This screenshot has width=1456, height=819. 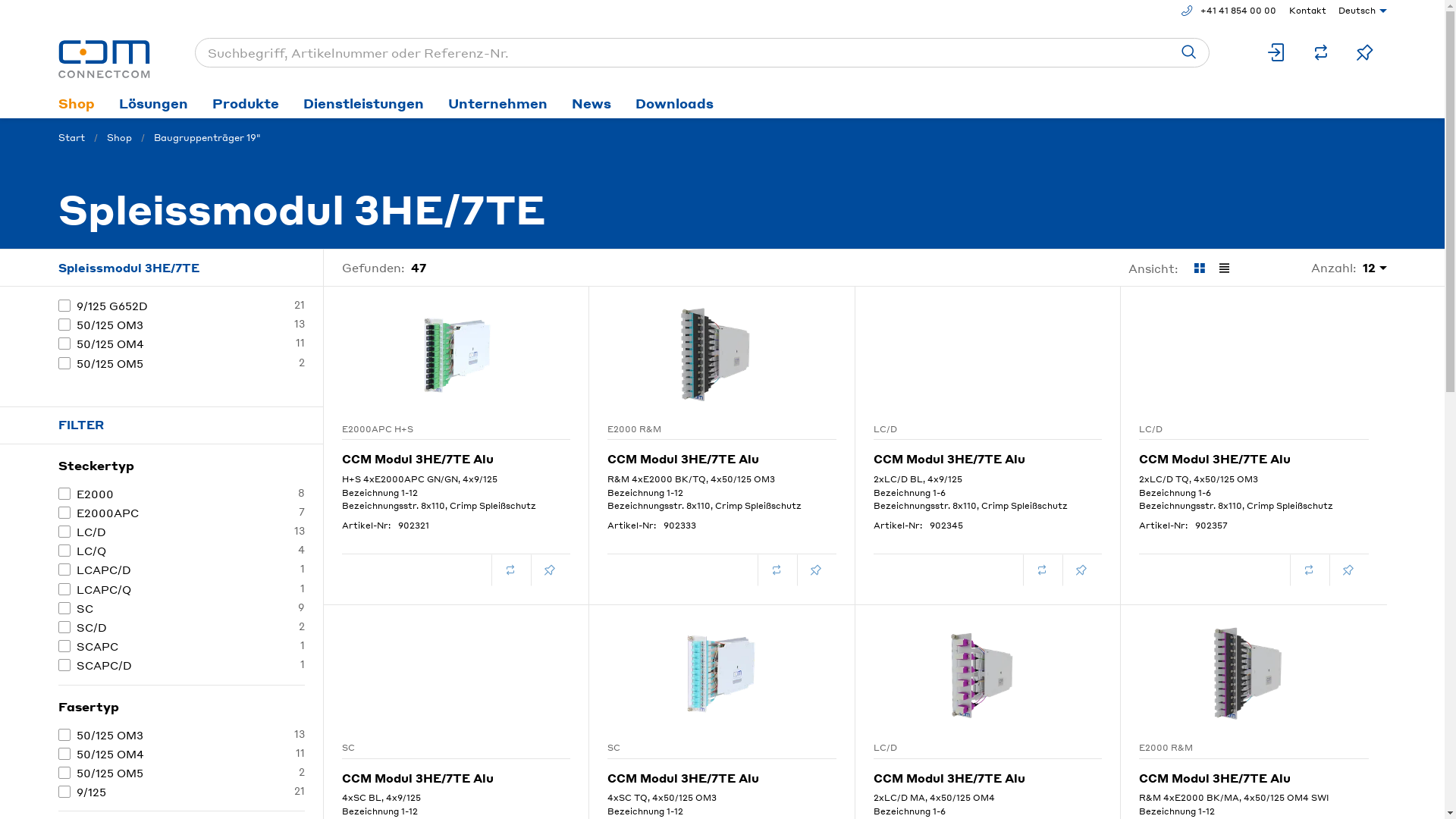 I want to click on 'Kachelansicht', so click(x=1197, y=268).